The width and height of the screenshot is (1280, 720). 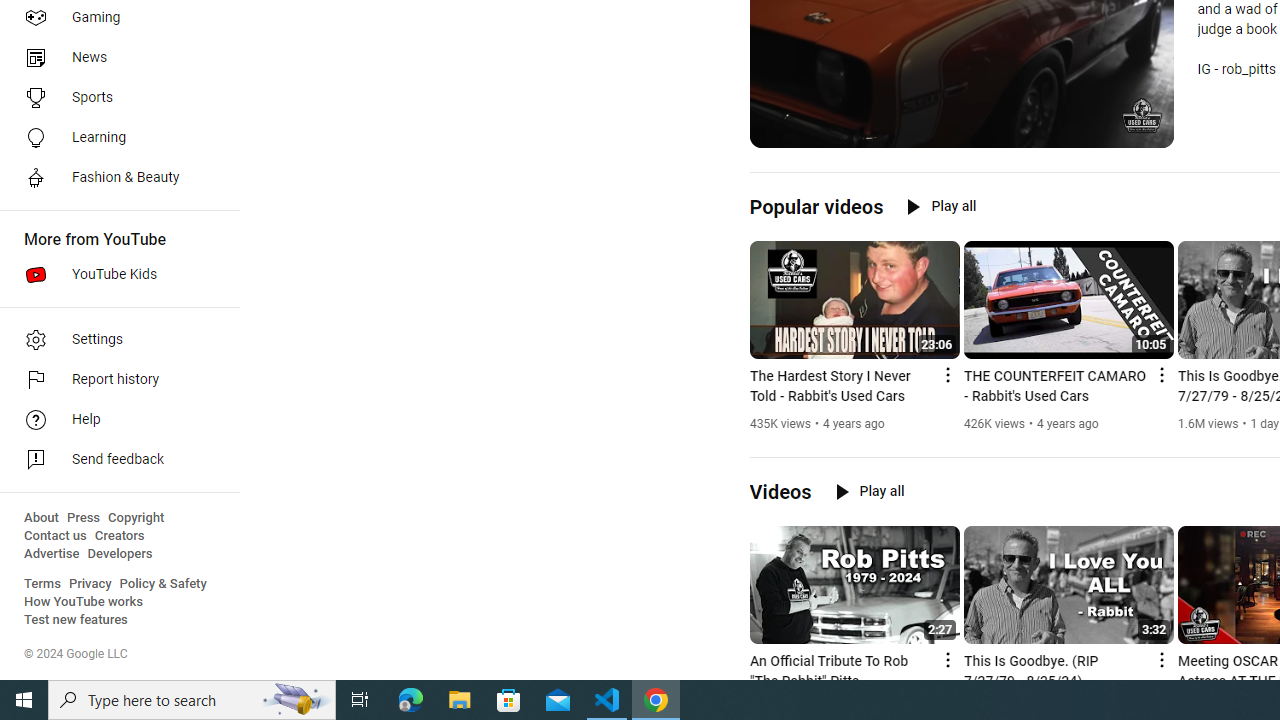 What do you see at coordinates (816, 206) in the screenshot?
I see `'Popular videos'` at bounding box center [816, 206].